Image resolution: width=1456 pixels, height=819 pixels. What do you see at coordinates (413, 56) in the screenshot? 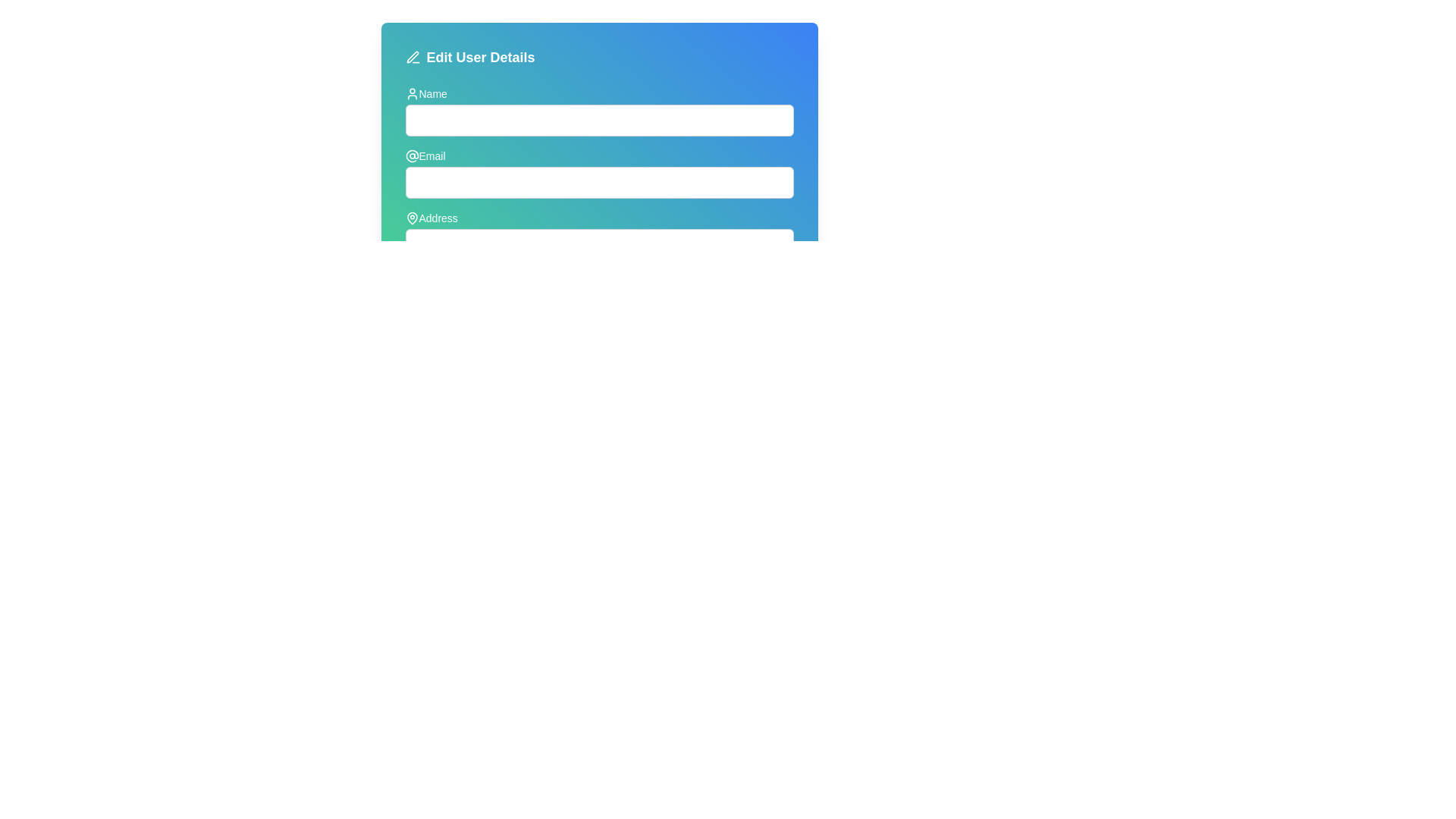
I see `the small pen or pencil icon for editing functionality, which is located inside a small red square near the 'Edit User Details' heading` at bounding box center [413, 56].